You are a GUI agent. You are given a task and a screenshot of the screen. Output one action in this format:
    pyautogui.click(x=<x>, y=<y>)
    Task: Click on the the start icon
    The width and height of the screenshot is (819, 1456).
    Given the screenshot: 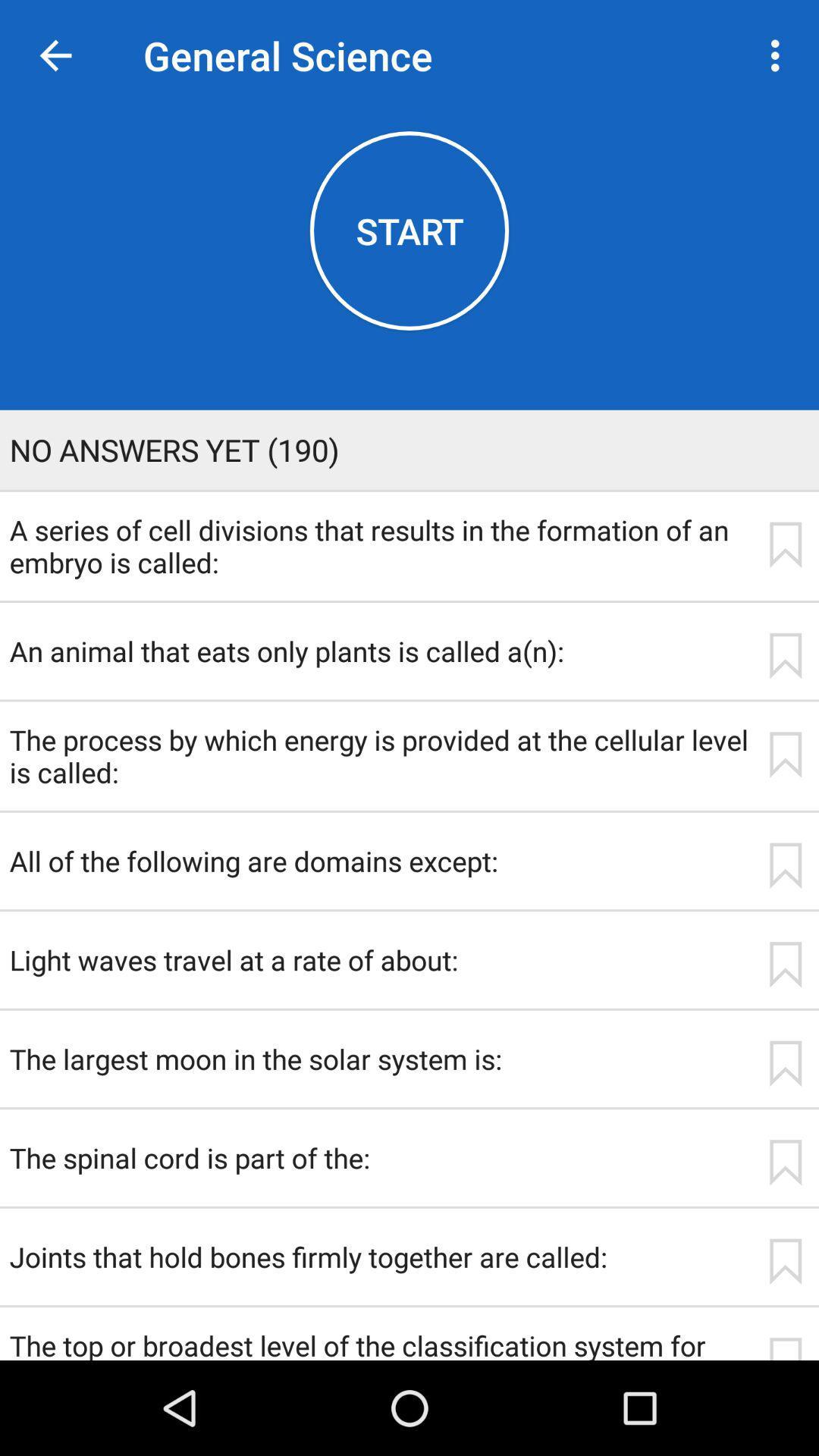 What is the action you would take?
    pyautogui.click(x=409, y=230)
    